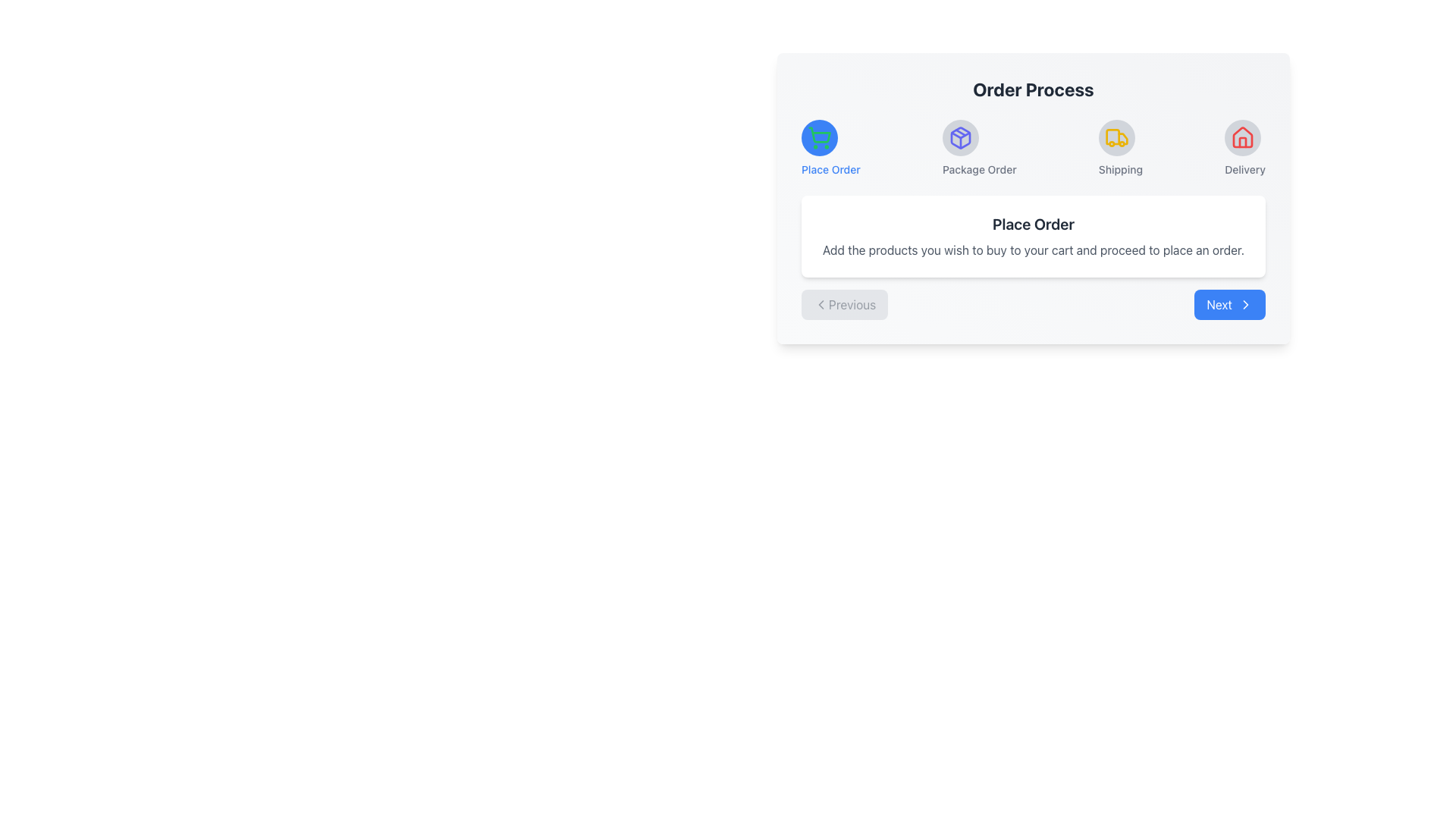  I want to click on the shopping cart icon, which is the first step in the 'Order Process' sequence, marked with a blue circular background, so click(818, 137).